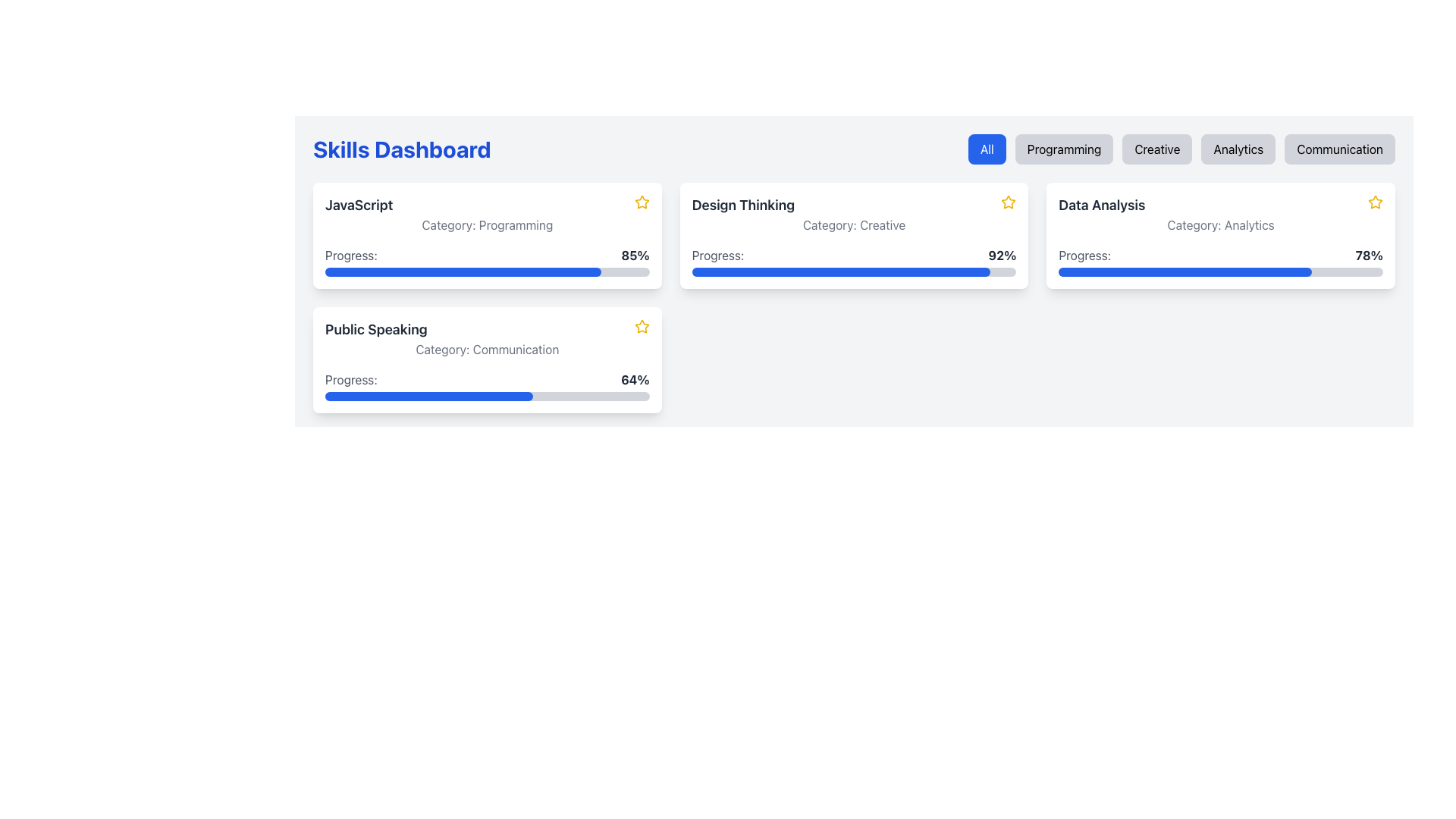 The width and height of the screenshot is (1456, 819). Describe the element at coordinates (1102, 205) in the screenshot. I see `the Text Label that serves as the title of the card, located in the top-right card of the grid, positioned above the progress bar and 'Category: Analytics' text` at that location.